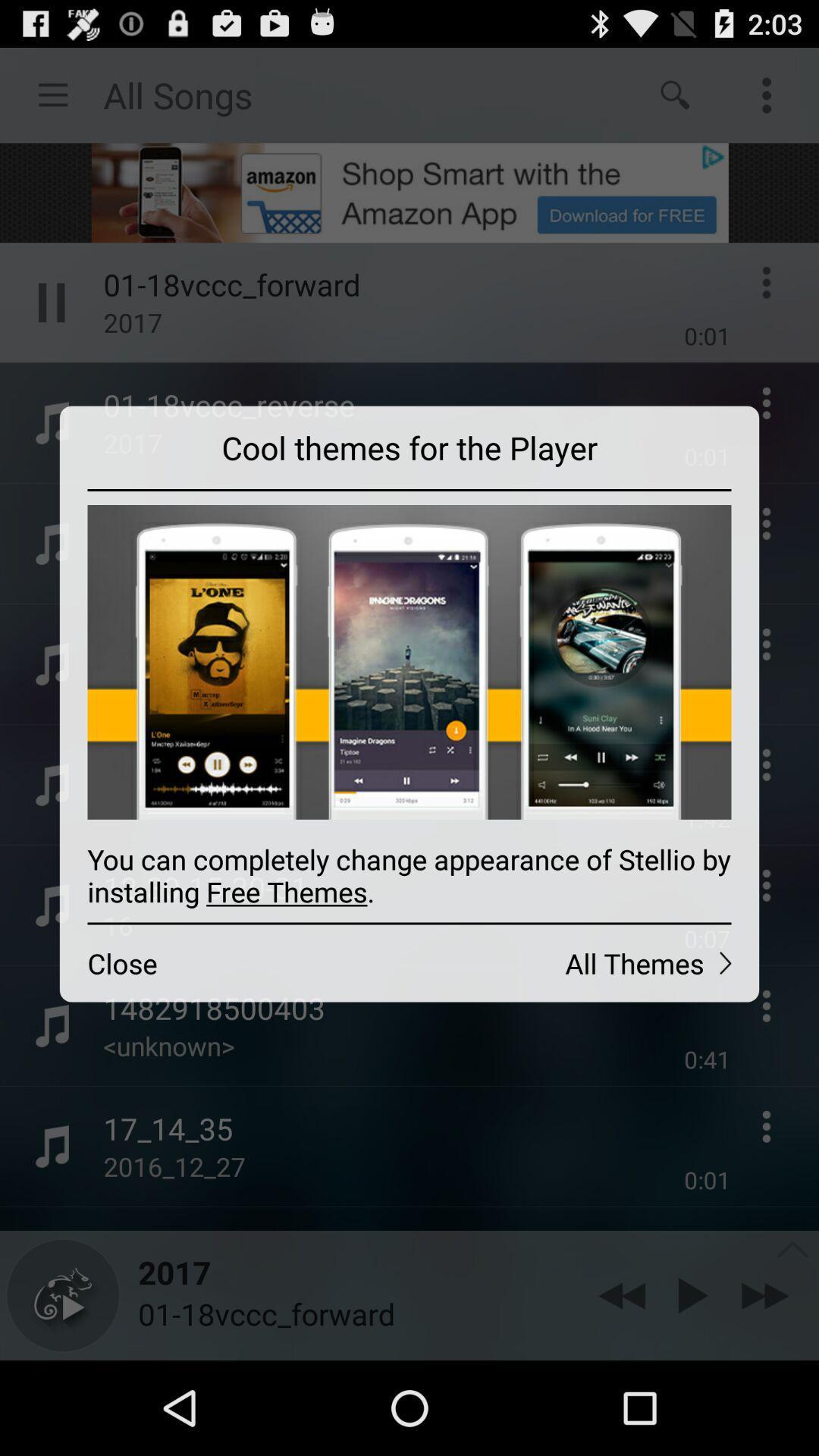  I want to click on icon below you can completely app, so click(583, 962).